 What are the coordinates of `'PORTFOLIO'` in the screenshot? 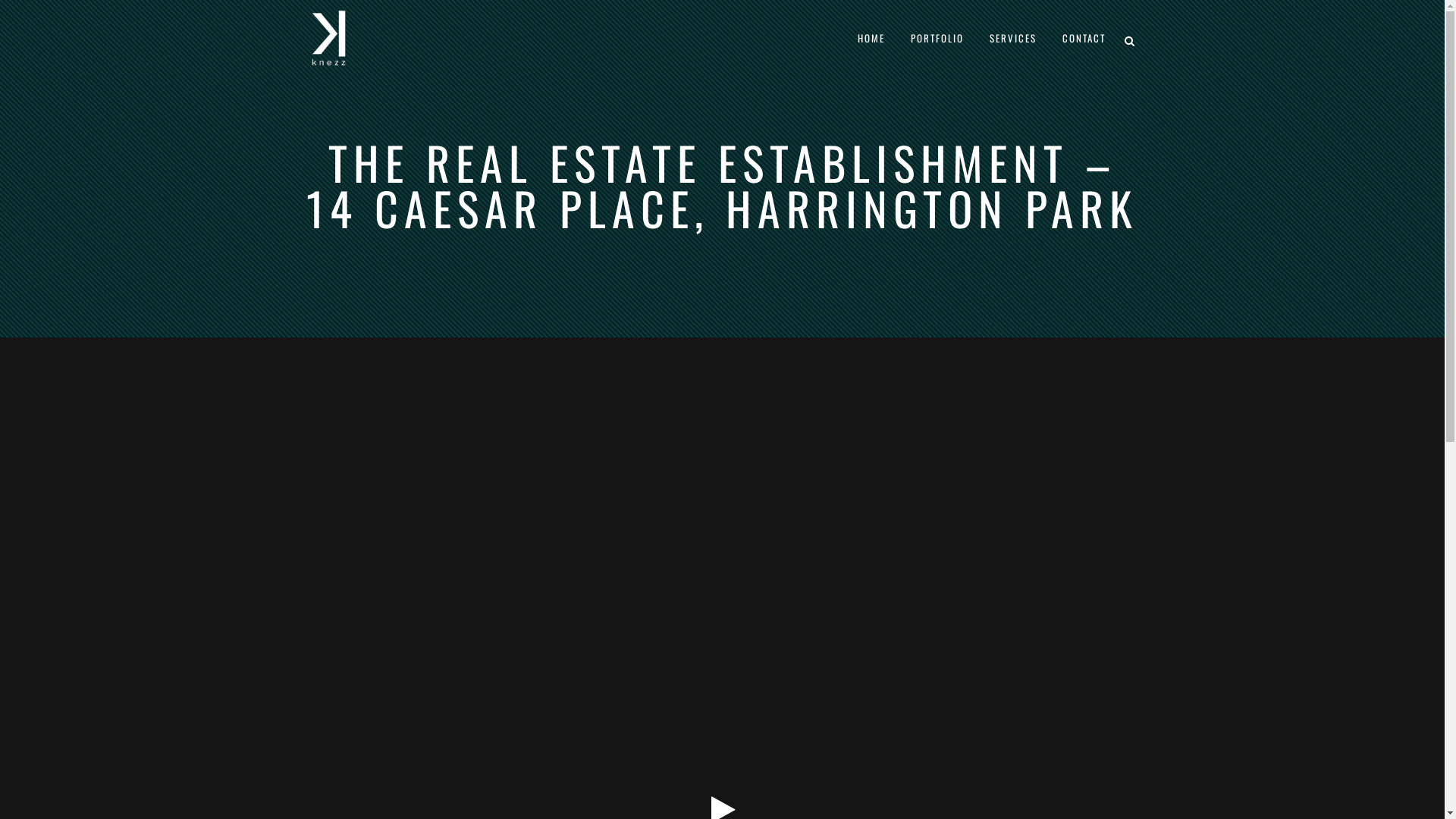 It's located at (898, 37).